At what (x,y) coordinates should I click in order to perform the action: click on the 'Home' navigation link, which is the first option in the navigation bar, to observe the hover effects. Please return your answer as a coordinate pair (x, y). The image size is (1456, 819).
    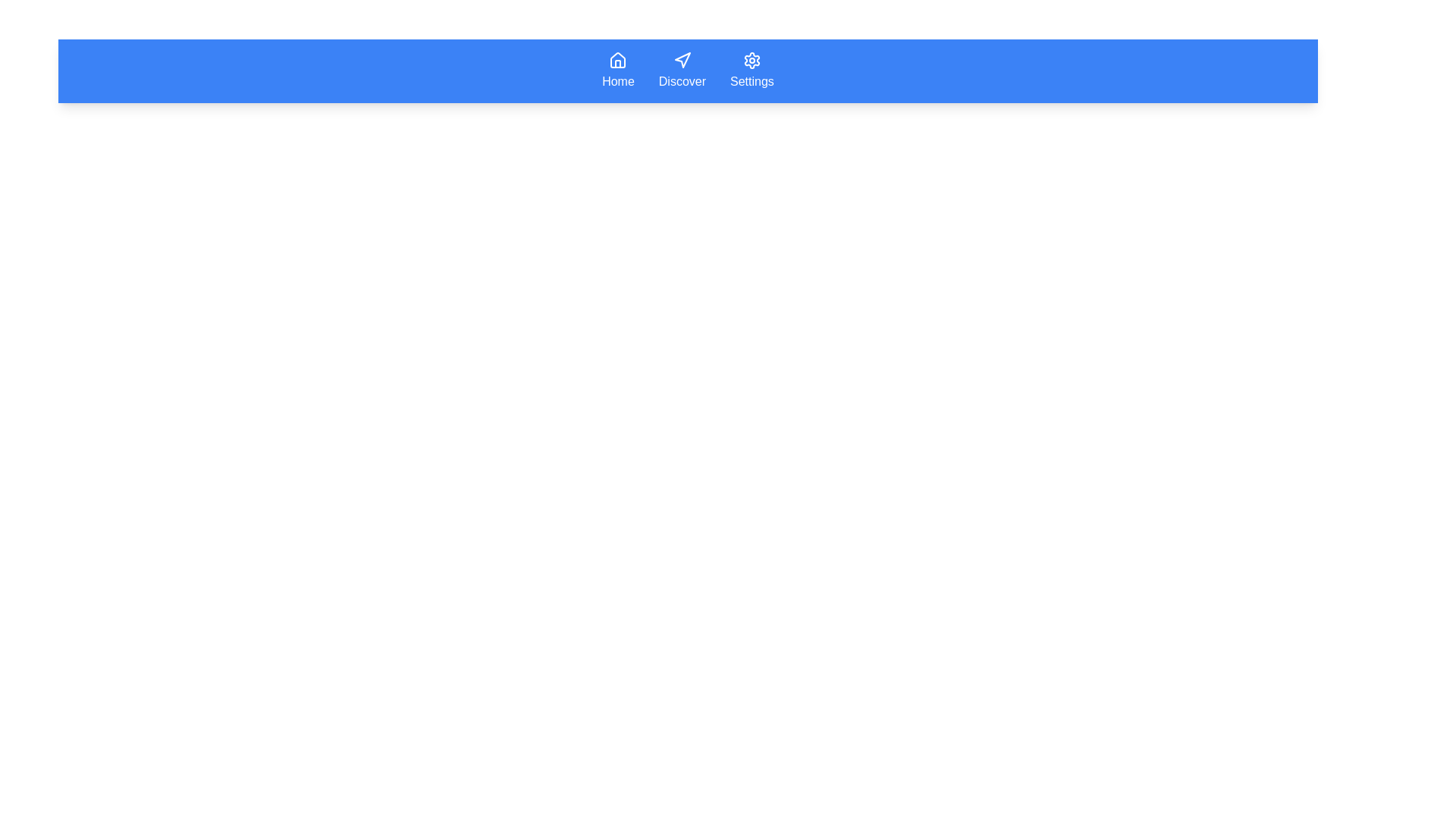
    Looking at the image, I should click on (618, 71).